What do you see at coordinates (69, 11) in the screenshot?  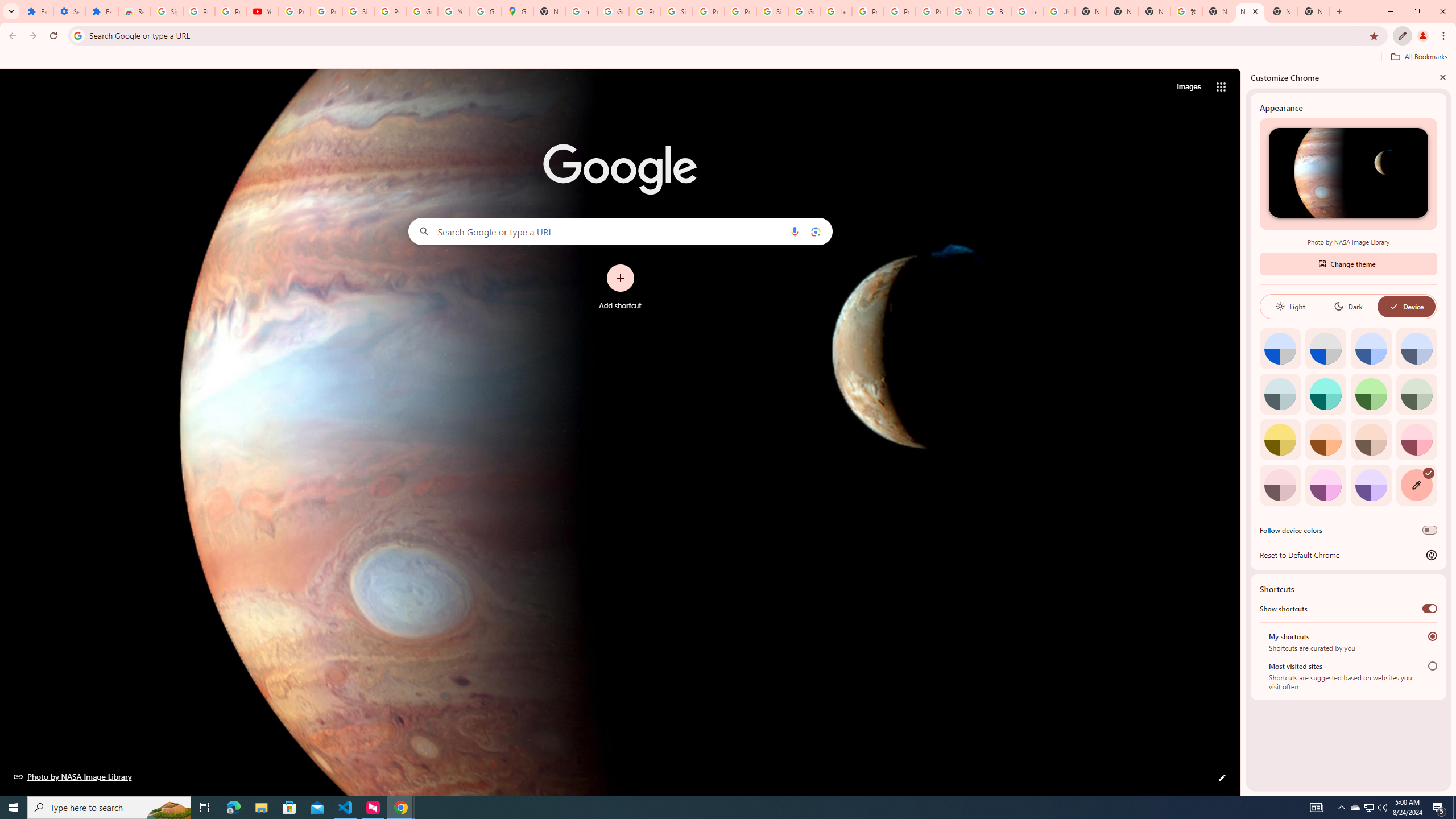 I see `'Settings'` at bounding box center [69, 11].